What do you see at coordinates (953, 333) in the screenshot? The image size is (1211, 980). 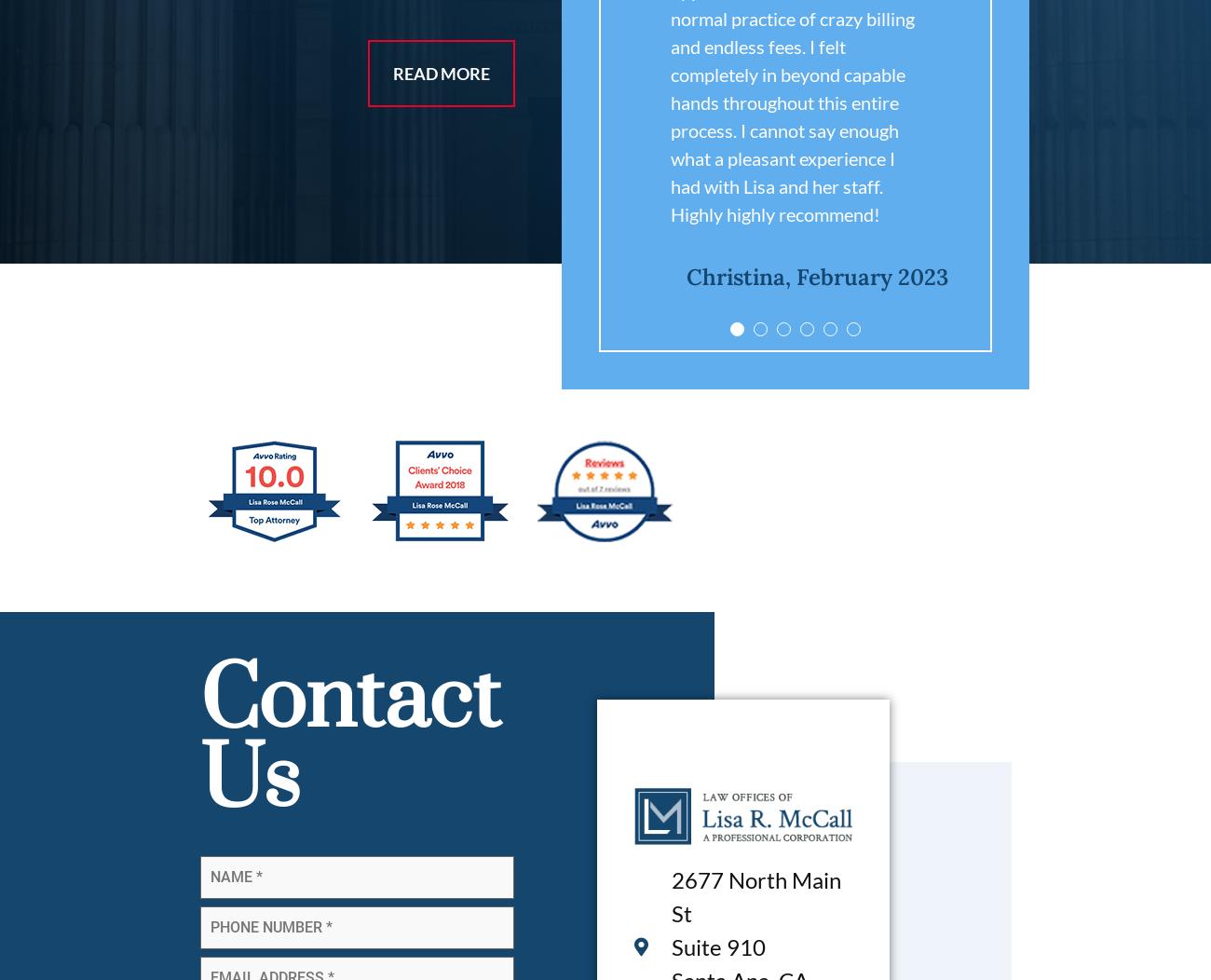 I see `'4'` at bounding box center [953, 333].